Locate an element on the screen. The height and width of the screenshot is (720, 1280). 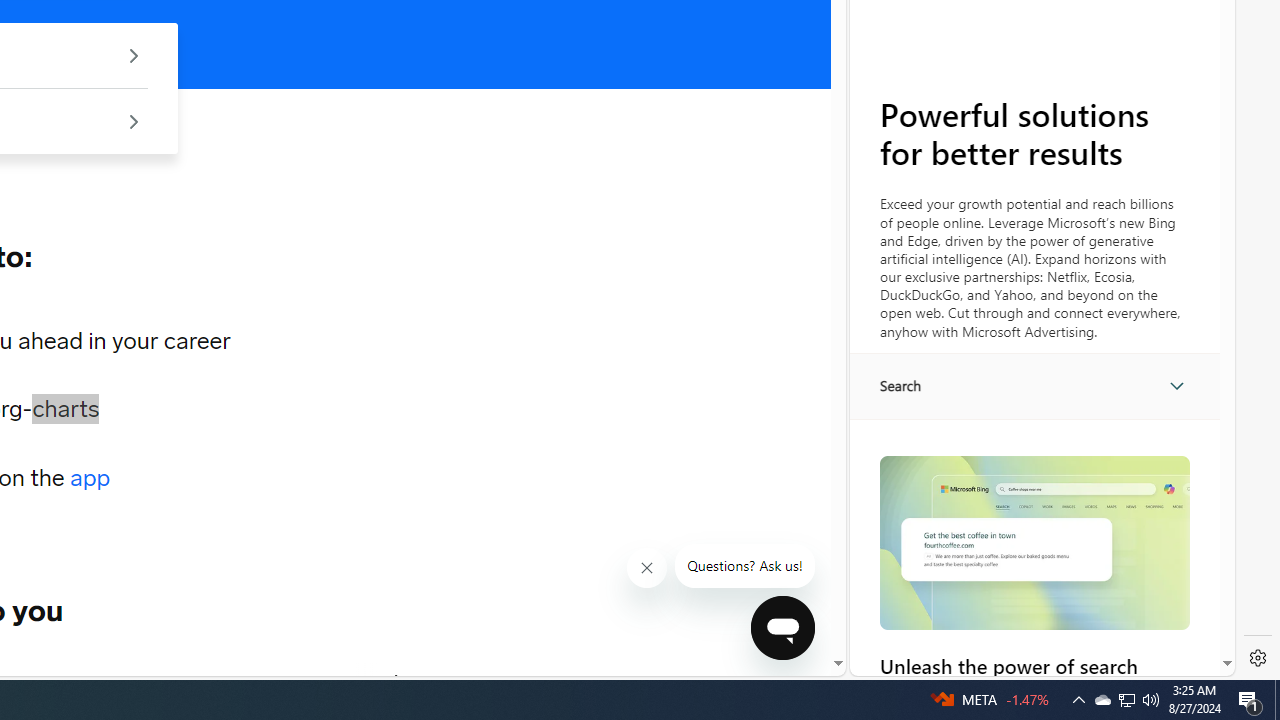
'Questions? Ask us!' is located at coordinates (744, 566).